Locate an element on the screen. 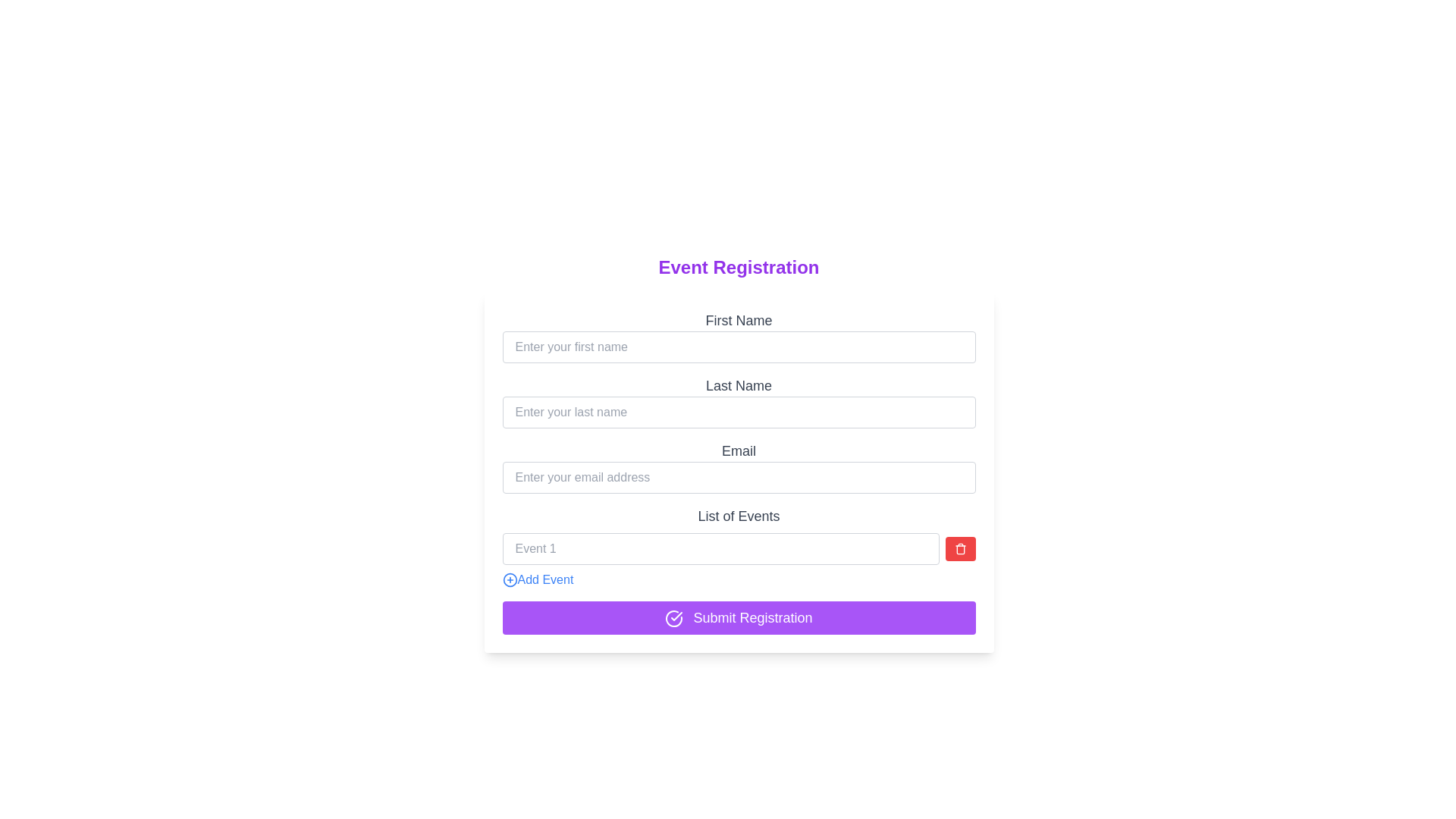  the small red rectangular button with a white trash can icon is located at coordinates (959, 549).